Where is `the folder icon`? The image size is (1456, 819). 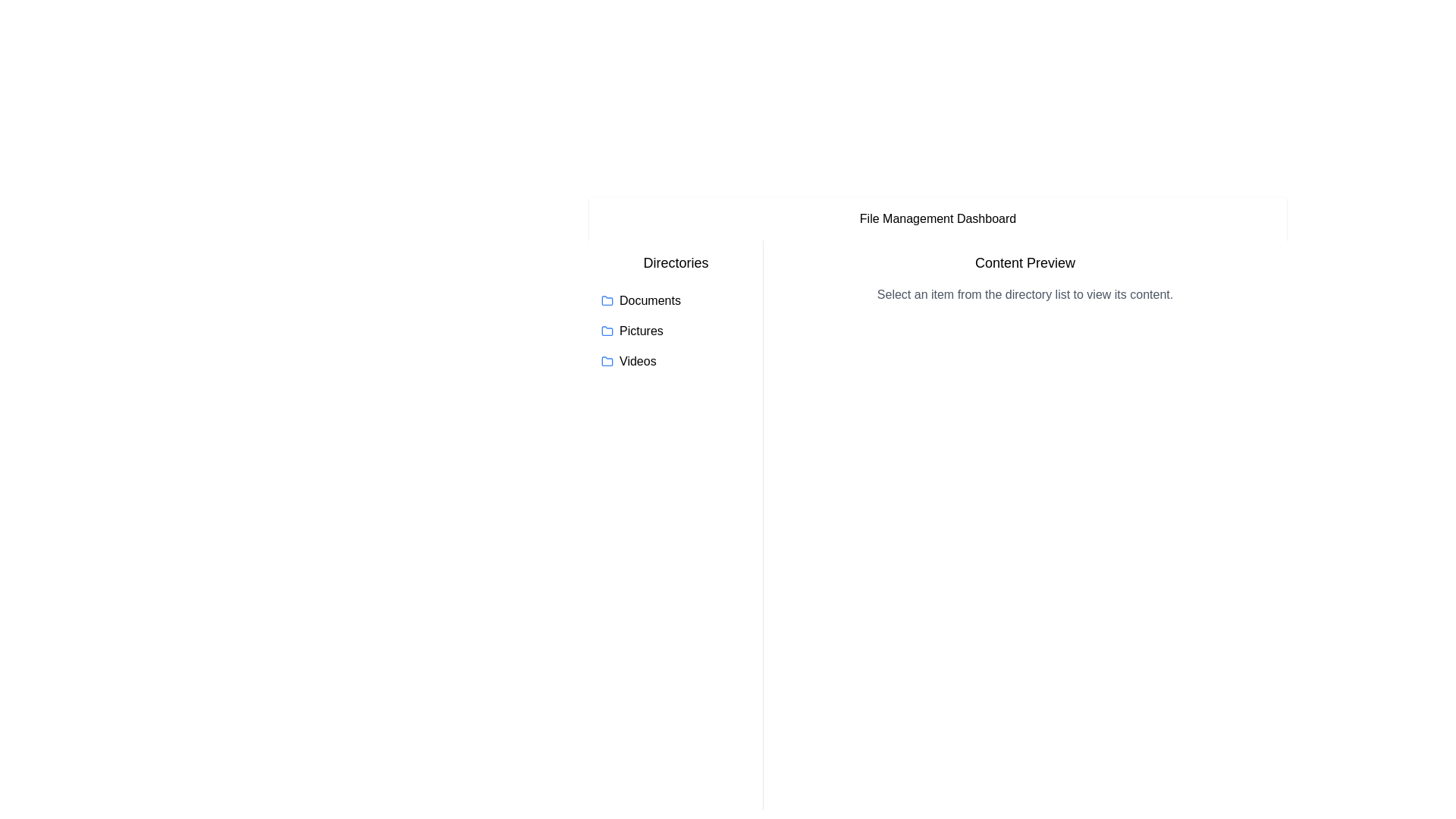 the folder icon is located at coordinates (607, 300).